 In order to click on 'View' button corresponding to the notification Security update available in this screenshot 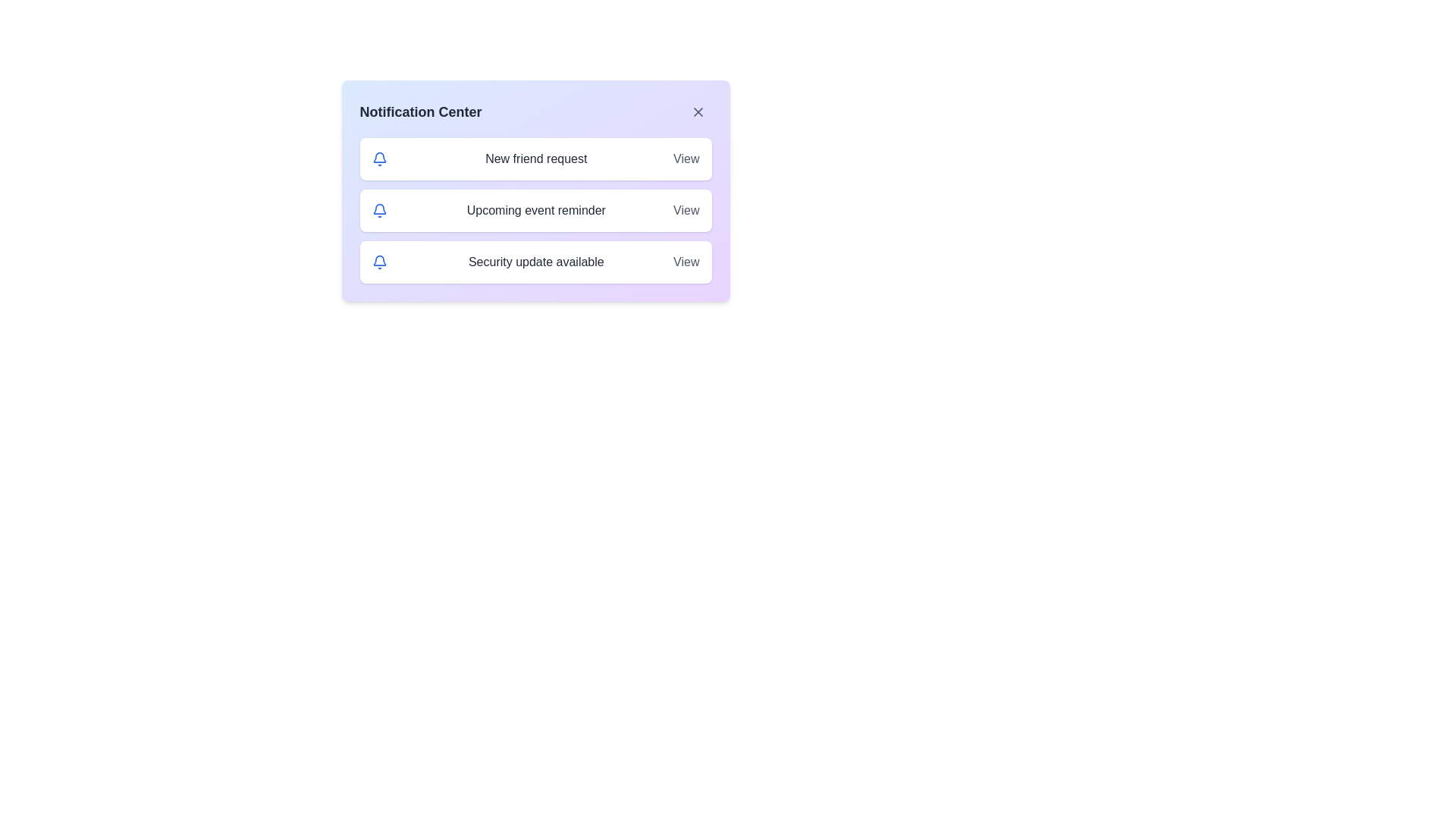, I will do `click(686, 262)`.